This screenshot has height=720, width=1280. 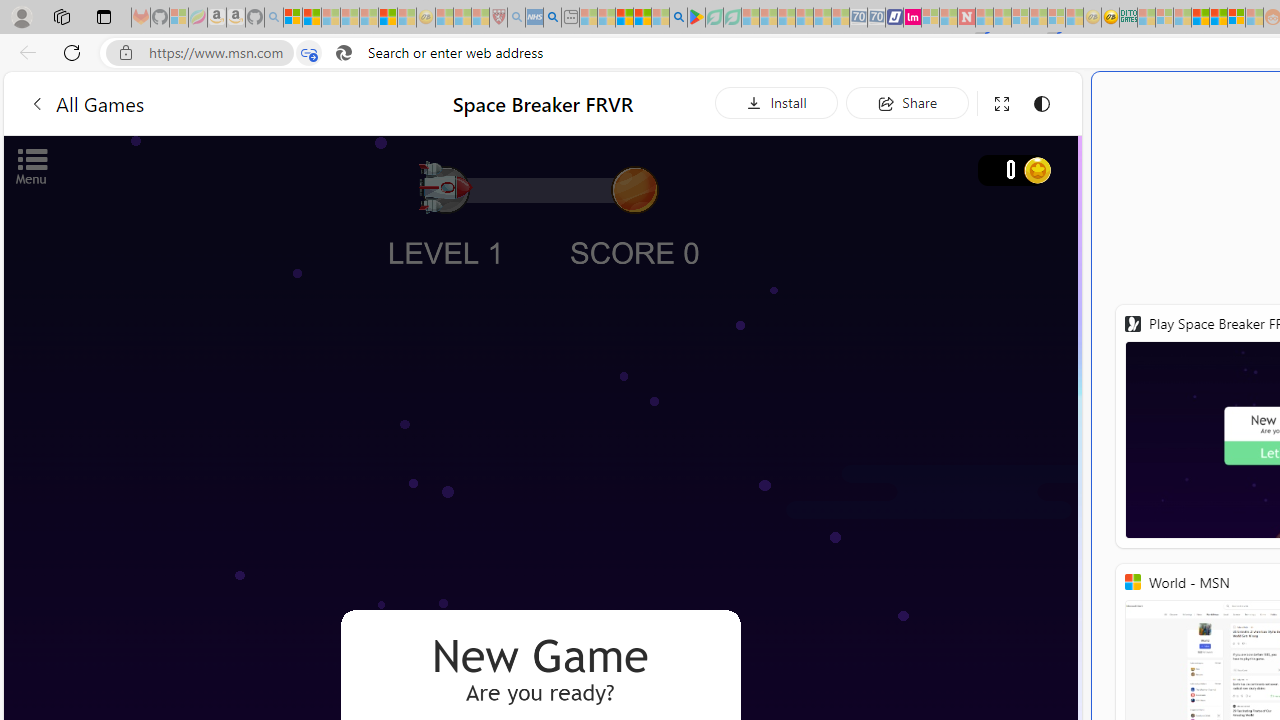 What do you see at coordinates (911, 17) in the screenshot?
I see `'Jobs - lastminute.com Investor Portal'` at bounding box center [911, 17].